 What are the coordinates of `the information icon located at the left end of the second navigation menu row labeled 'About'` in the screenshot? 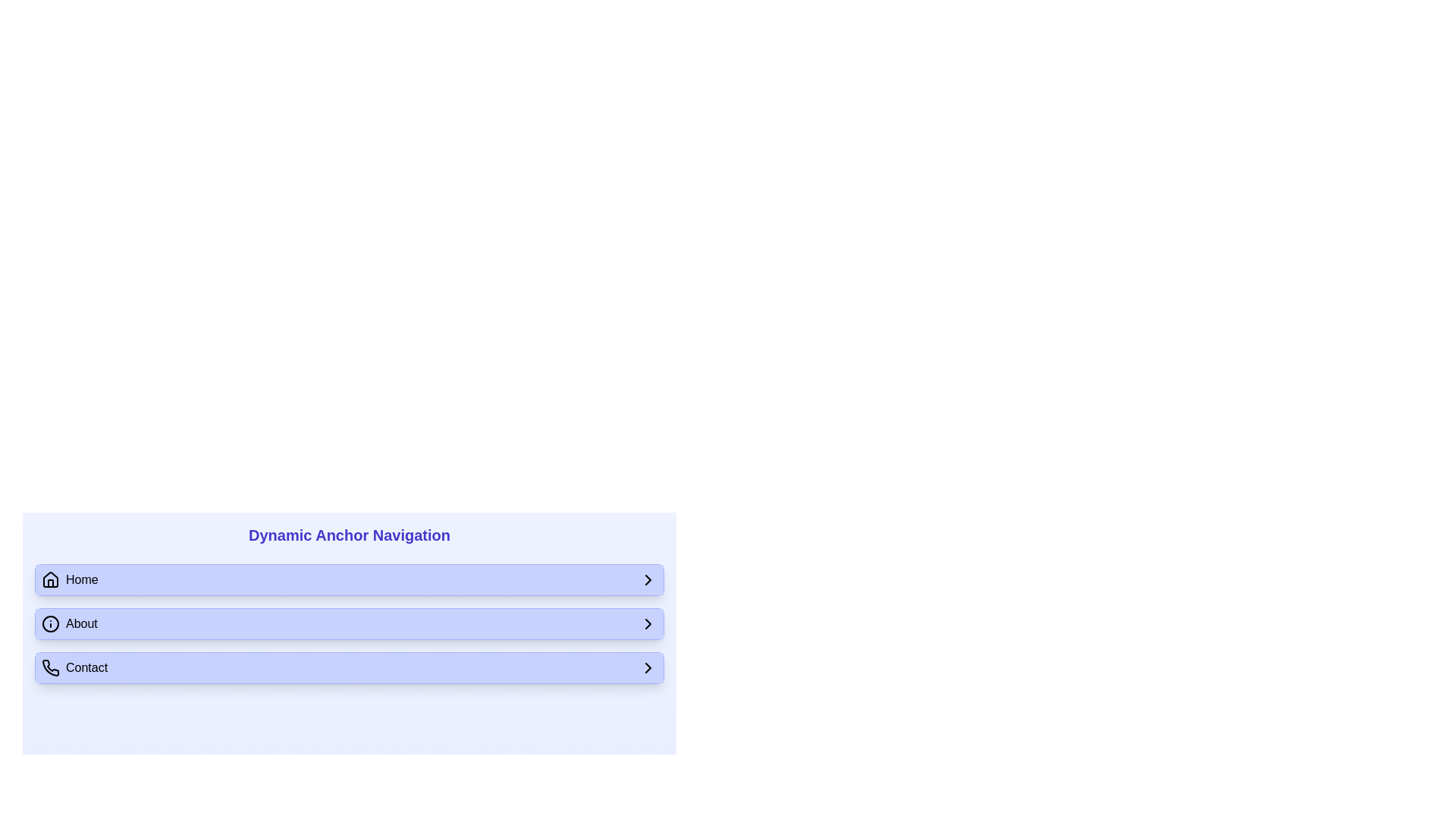 It's located at (51, 623).